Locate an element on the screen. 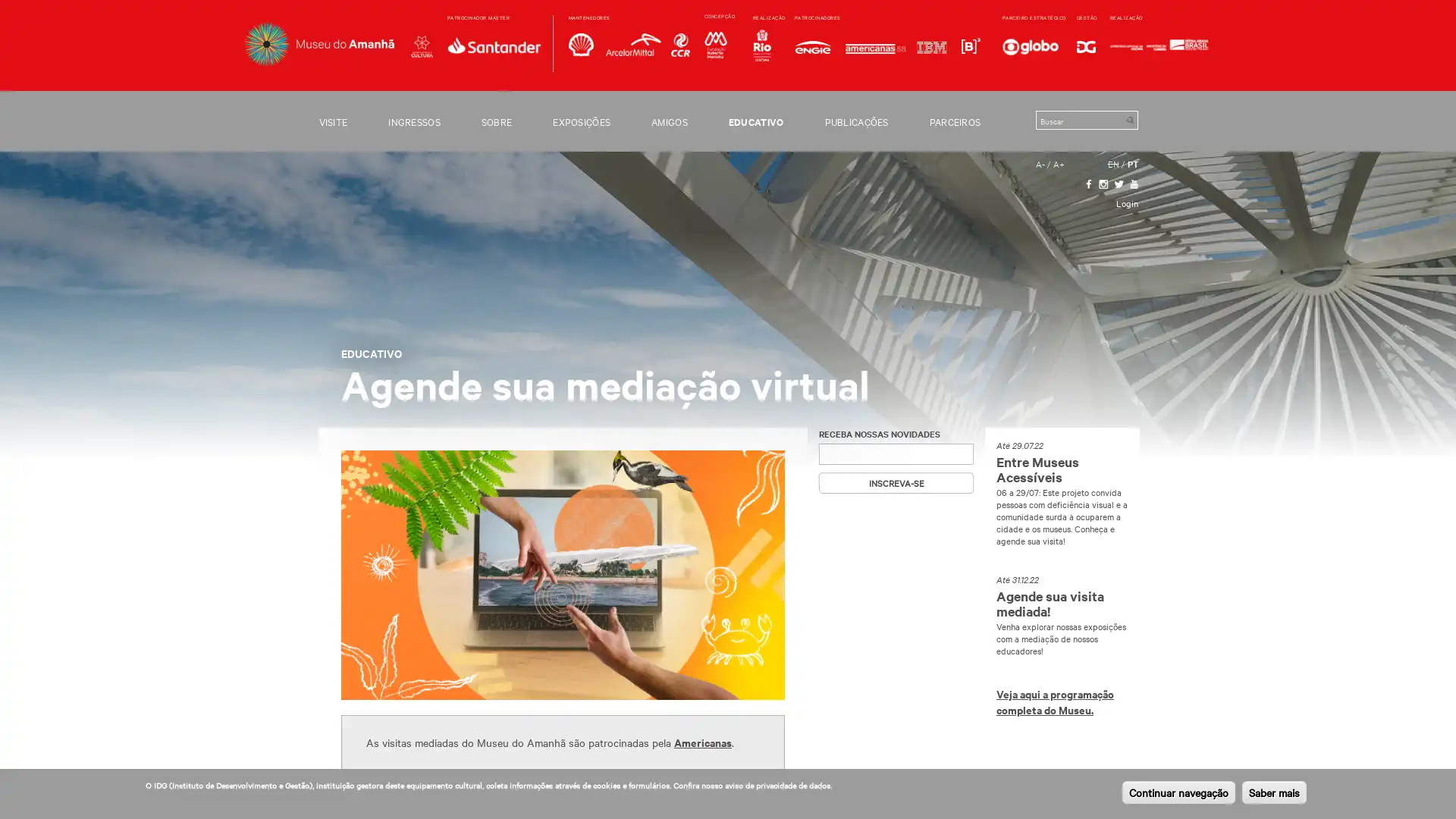  Inscreva-se is located at coordinates (896, 482).